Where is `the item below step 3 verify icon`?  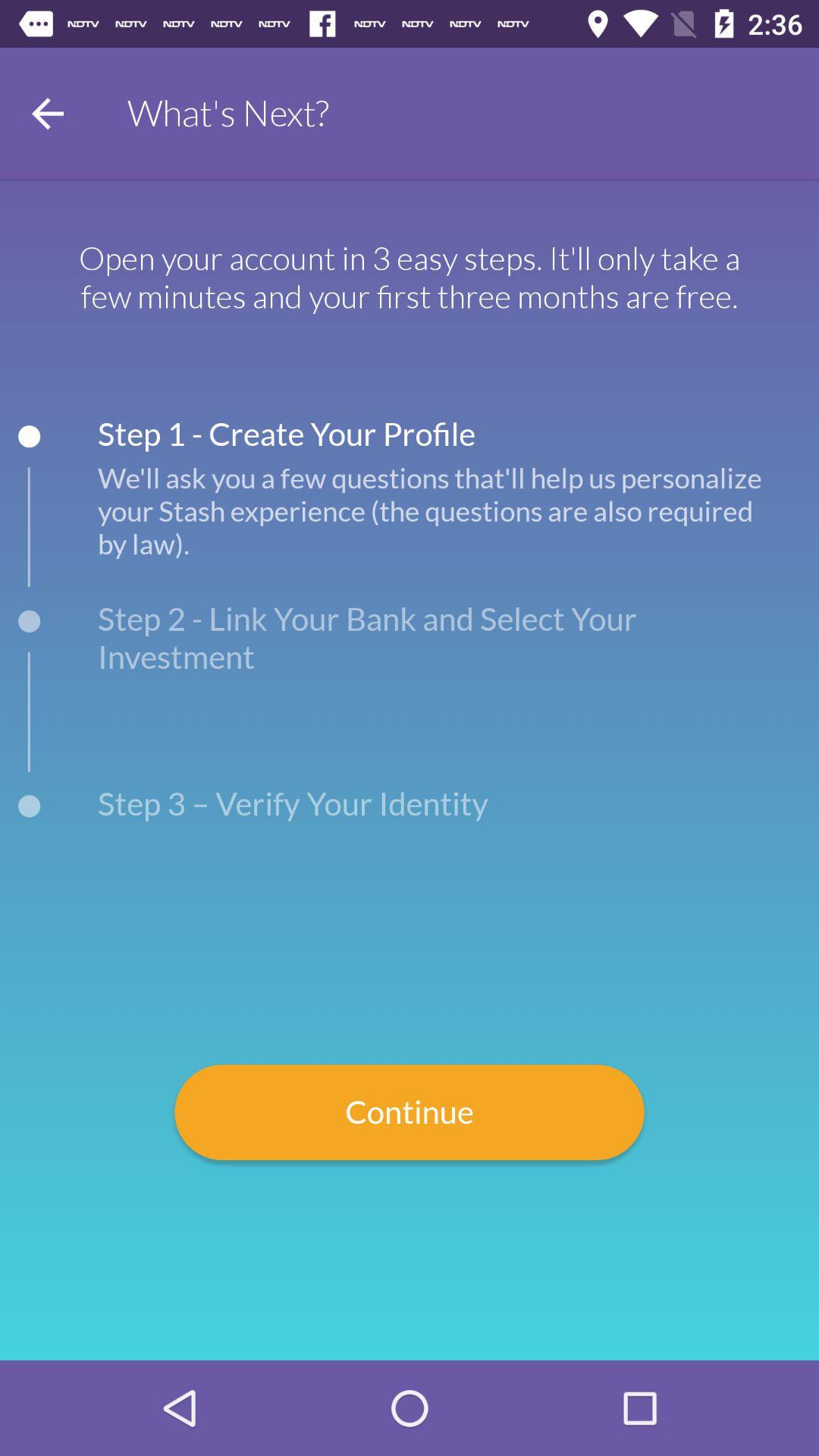 the item below step 3 verify icon is located at coordinates (409, 1112).